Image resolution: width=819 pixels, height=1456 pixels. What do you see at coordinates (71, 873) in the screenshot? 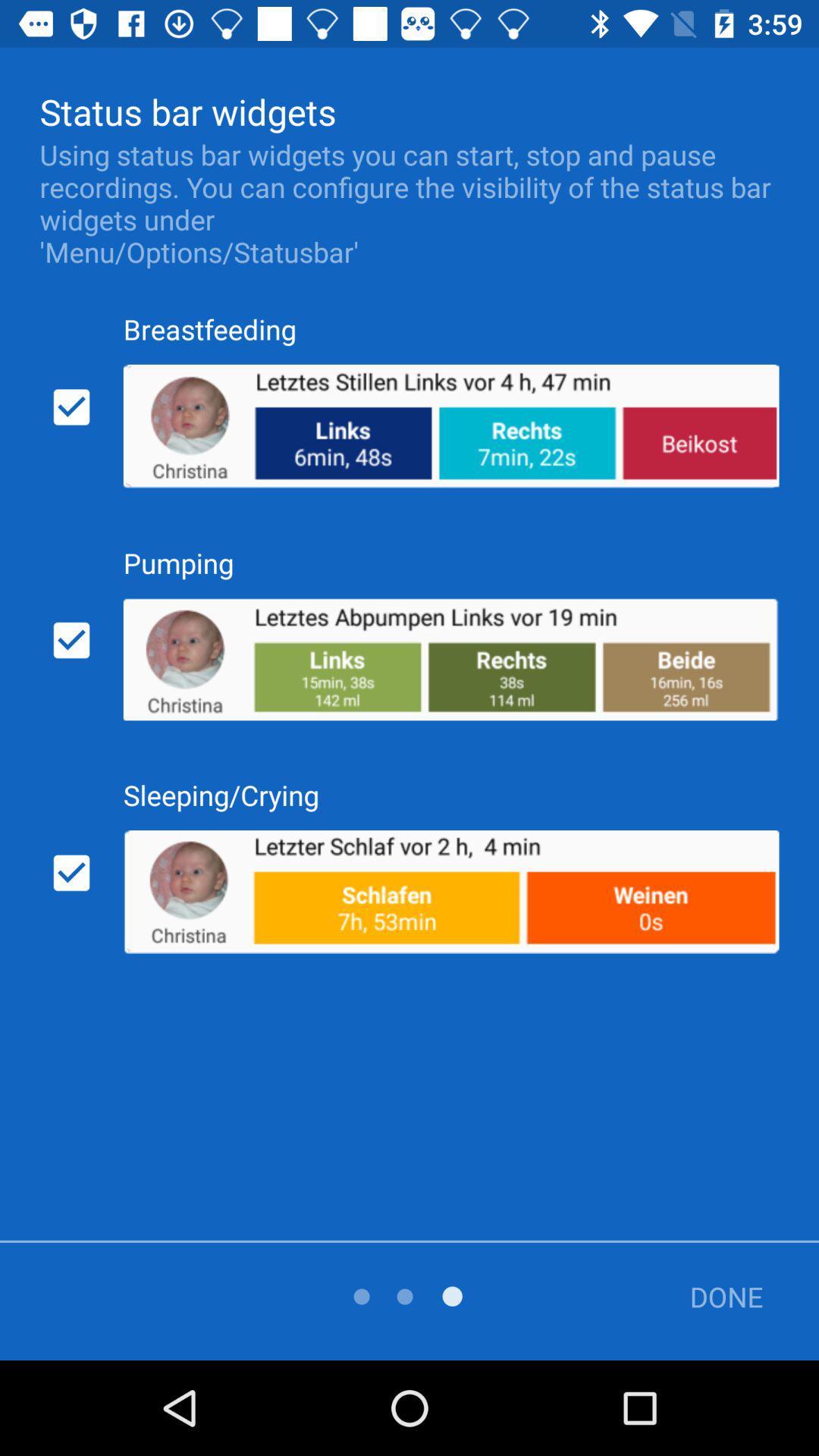
I see `selected/ unselected option` at bounding box center [71, 873].